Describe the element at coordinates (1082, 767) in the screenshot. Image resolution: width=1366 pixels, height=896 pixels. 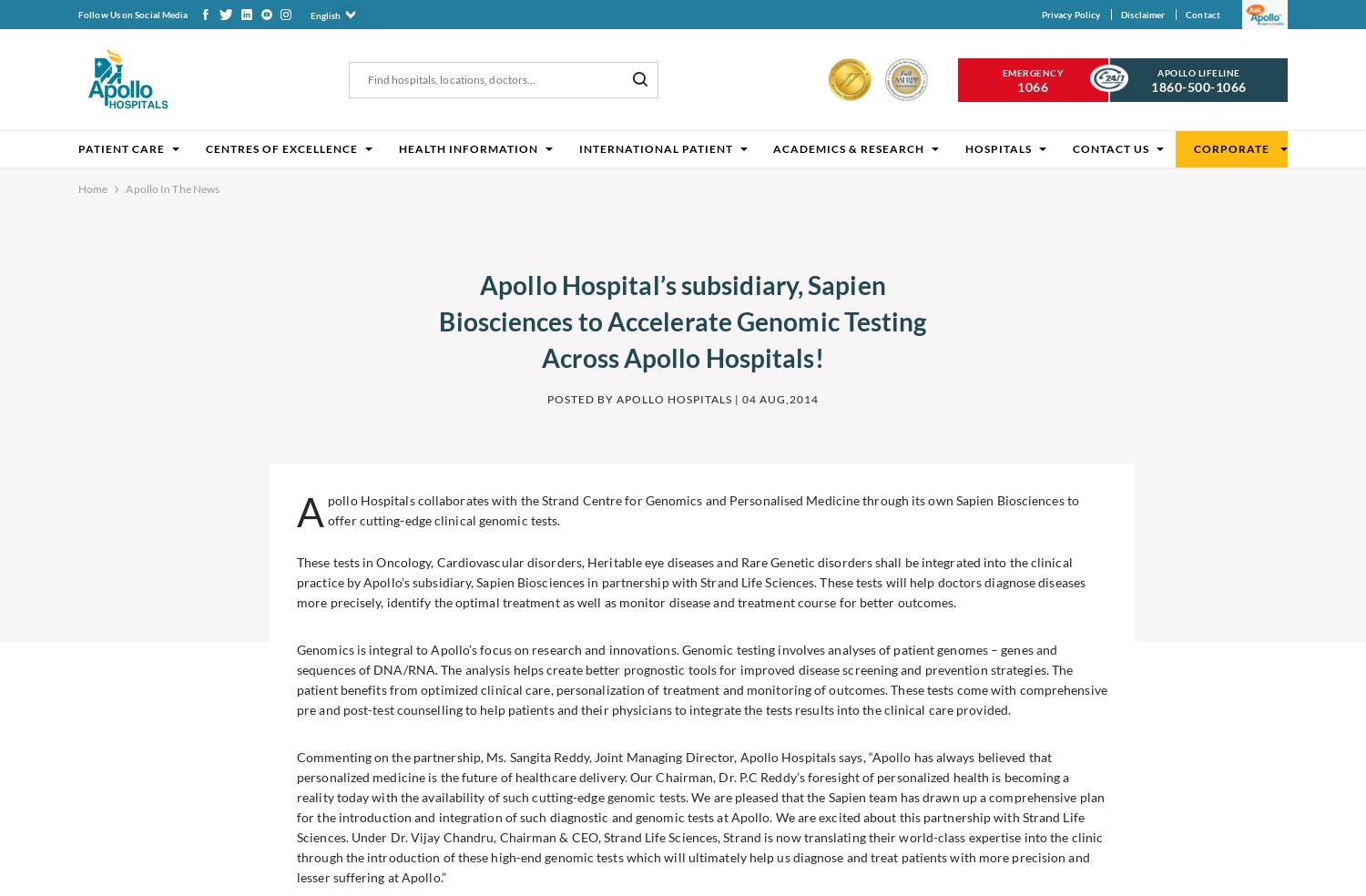
I see `'Apollo Hospitals has launched a Pan-India expansion of their one-of-a-kind connected care program, Apollo Connect. Wi...'` at that location.